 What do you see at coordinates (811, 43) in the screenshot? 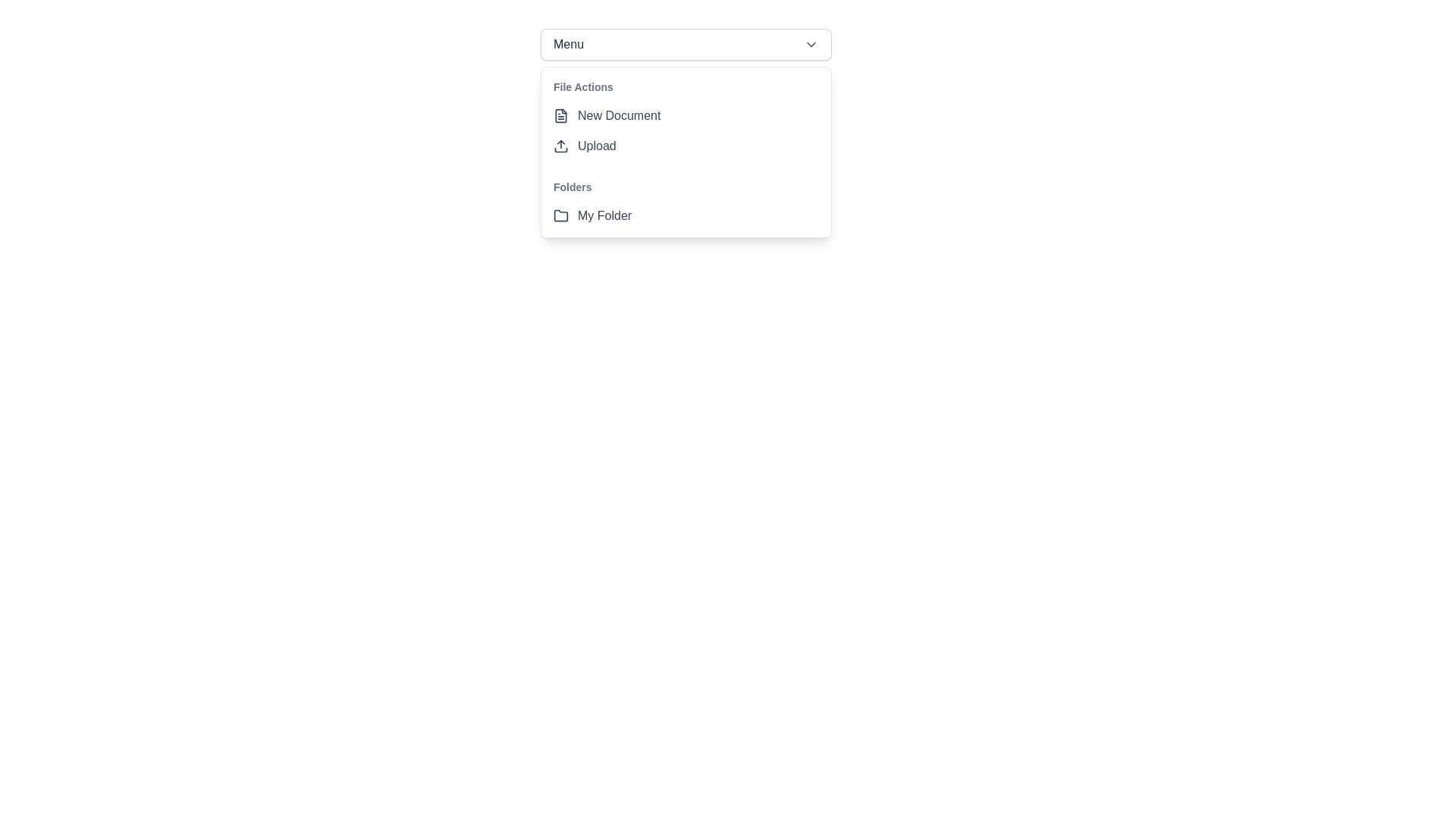
I see `the chevron-down icon located beside the 'Menu' text` at bounding box center [811, 43].